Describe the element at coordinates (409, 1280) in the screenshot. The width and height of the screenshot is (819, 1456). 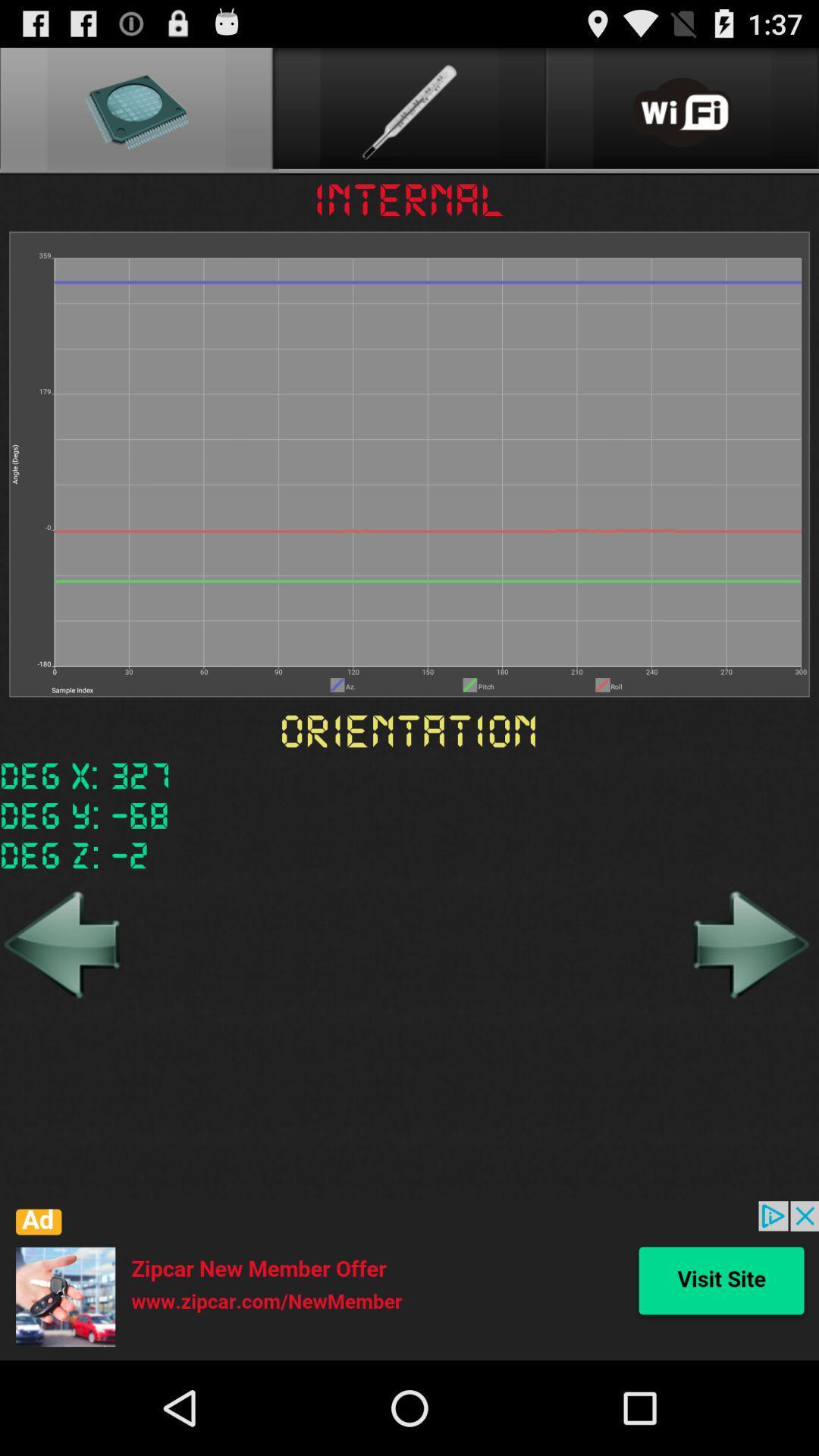
I see `advertisement the article` at that location.